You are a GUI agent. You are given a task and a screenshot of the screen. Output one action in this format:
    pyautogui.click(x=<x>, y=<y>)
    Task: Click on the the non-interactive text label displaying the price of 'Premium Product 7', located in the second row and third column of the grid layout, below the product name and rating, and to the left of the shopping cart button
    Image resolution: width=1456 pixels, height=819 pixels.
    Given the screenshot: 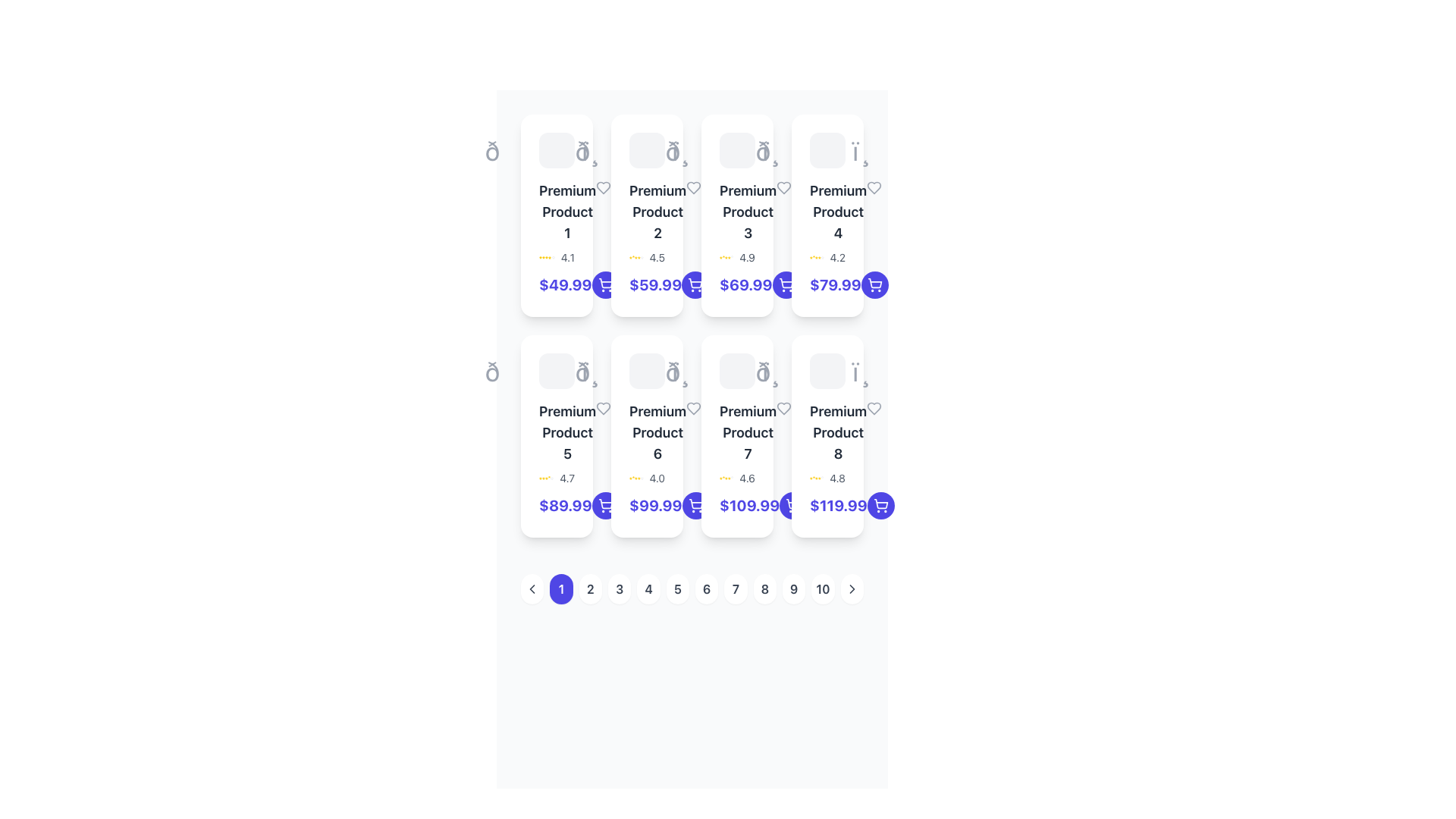 What is the action you would take?
    pyautogui.click(x=749, y=506)
    